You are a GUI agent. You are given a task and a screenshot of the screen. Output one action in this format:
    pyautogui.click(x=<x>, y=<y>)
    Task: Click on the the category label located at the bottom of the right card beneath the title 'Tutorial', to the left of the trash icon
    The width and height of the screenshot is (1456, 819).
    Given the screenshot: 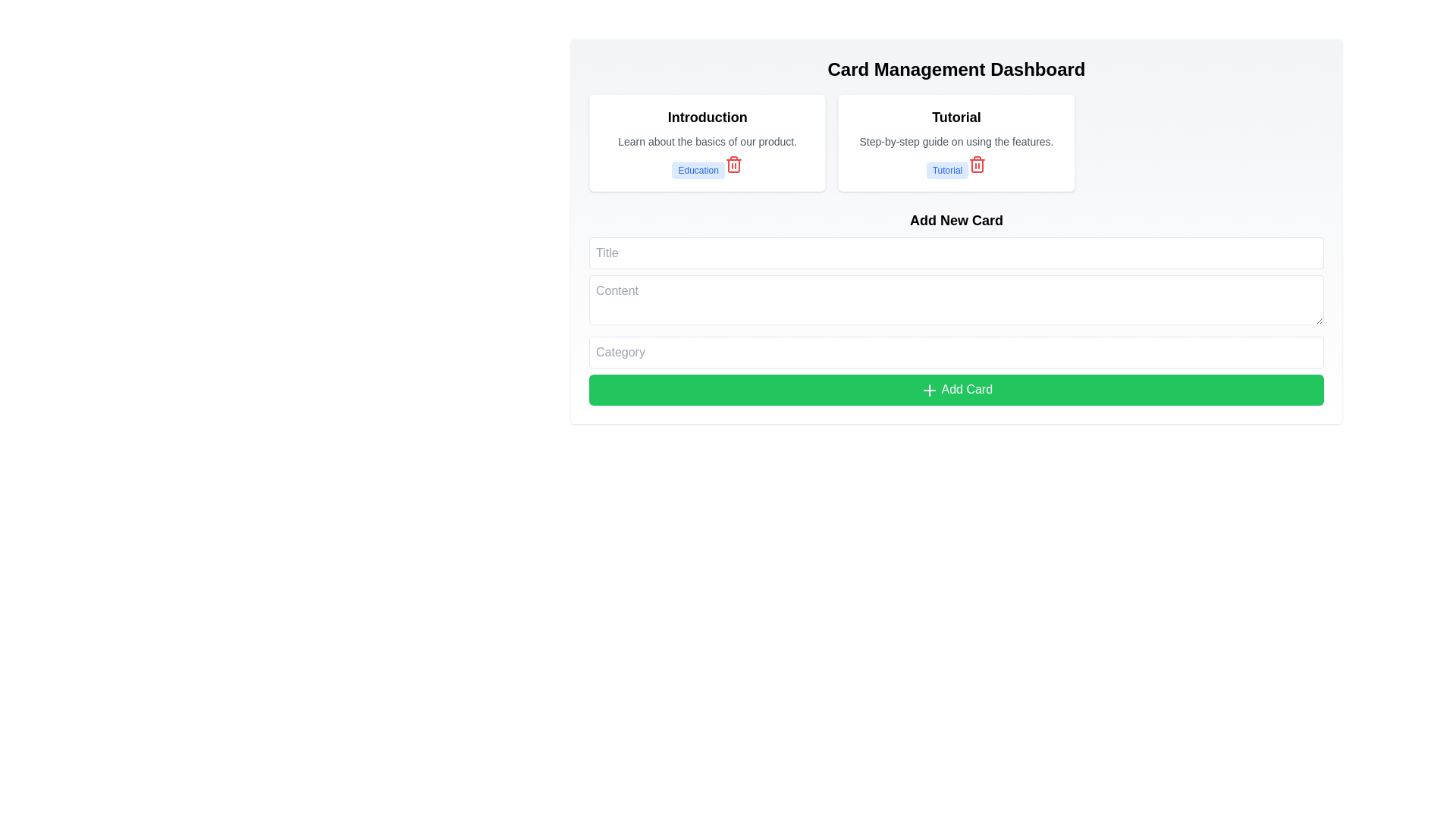 What is the action you would take?
    pyautogui.click(x=946, y=170)
    